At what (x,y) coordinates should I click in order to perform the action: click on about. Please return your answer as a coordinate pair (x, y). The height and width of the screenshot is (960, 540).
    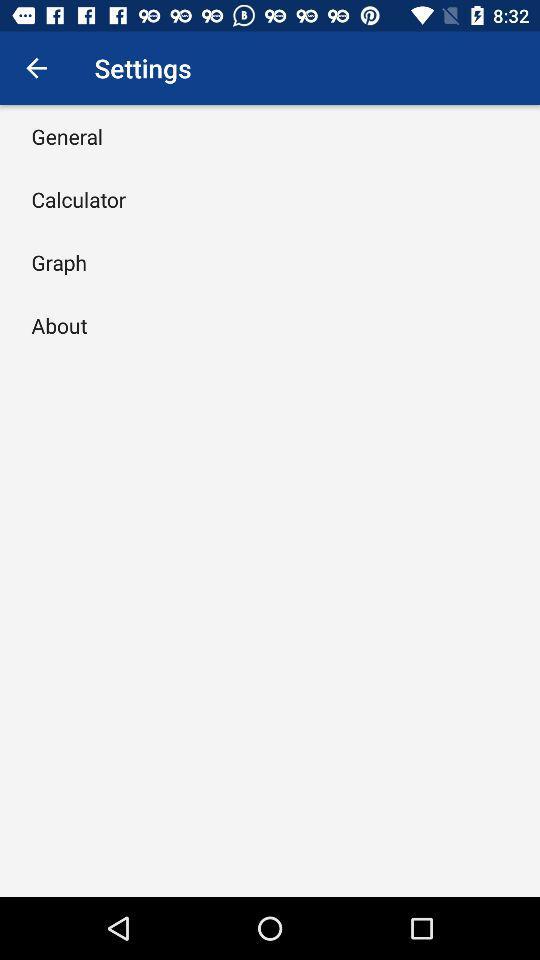
    Looking at the image, I should click on (59, 325).